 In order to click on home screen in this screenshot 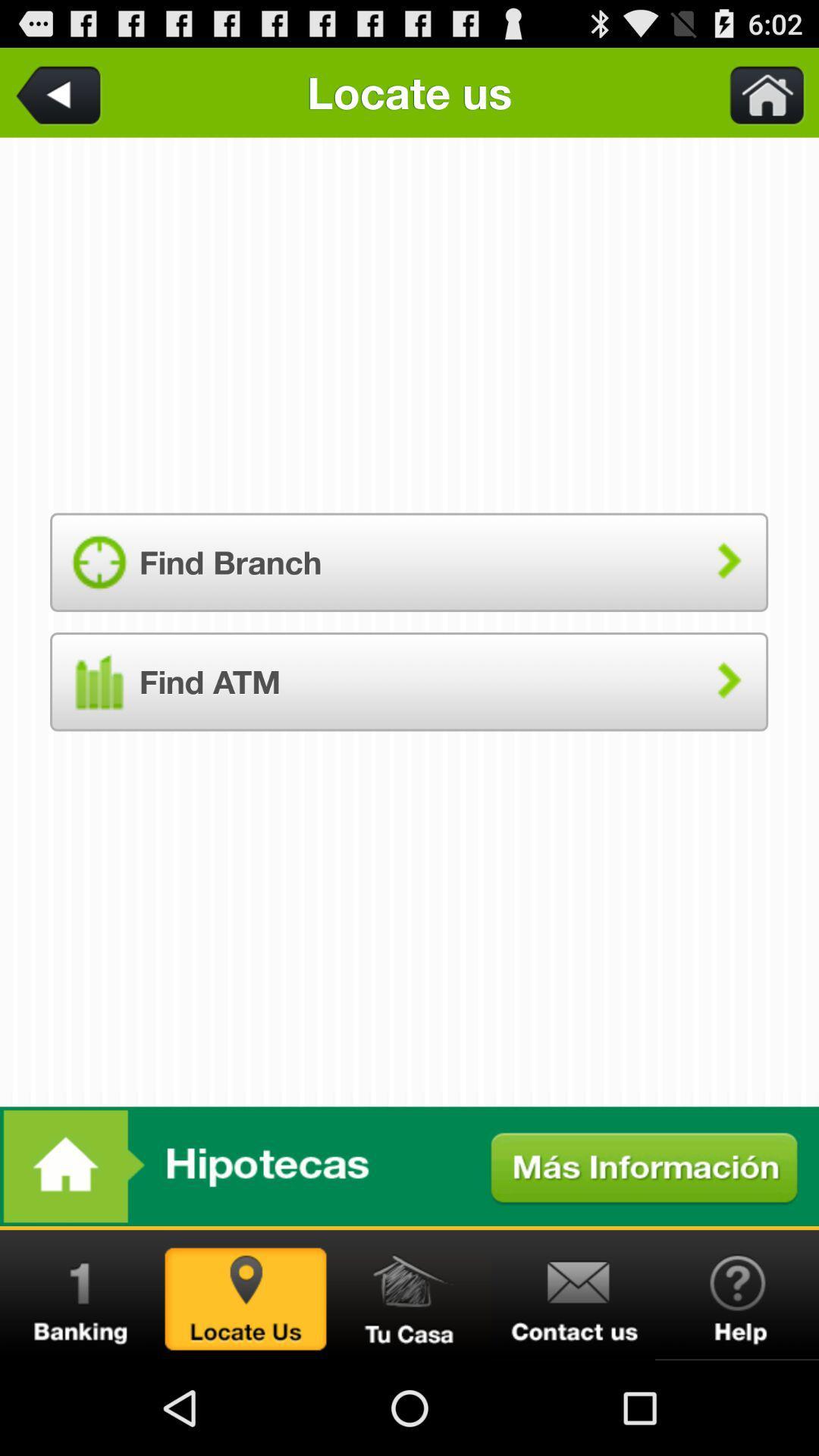, I will do `click(758, 92)`.